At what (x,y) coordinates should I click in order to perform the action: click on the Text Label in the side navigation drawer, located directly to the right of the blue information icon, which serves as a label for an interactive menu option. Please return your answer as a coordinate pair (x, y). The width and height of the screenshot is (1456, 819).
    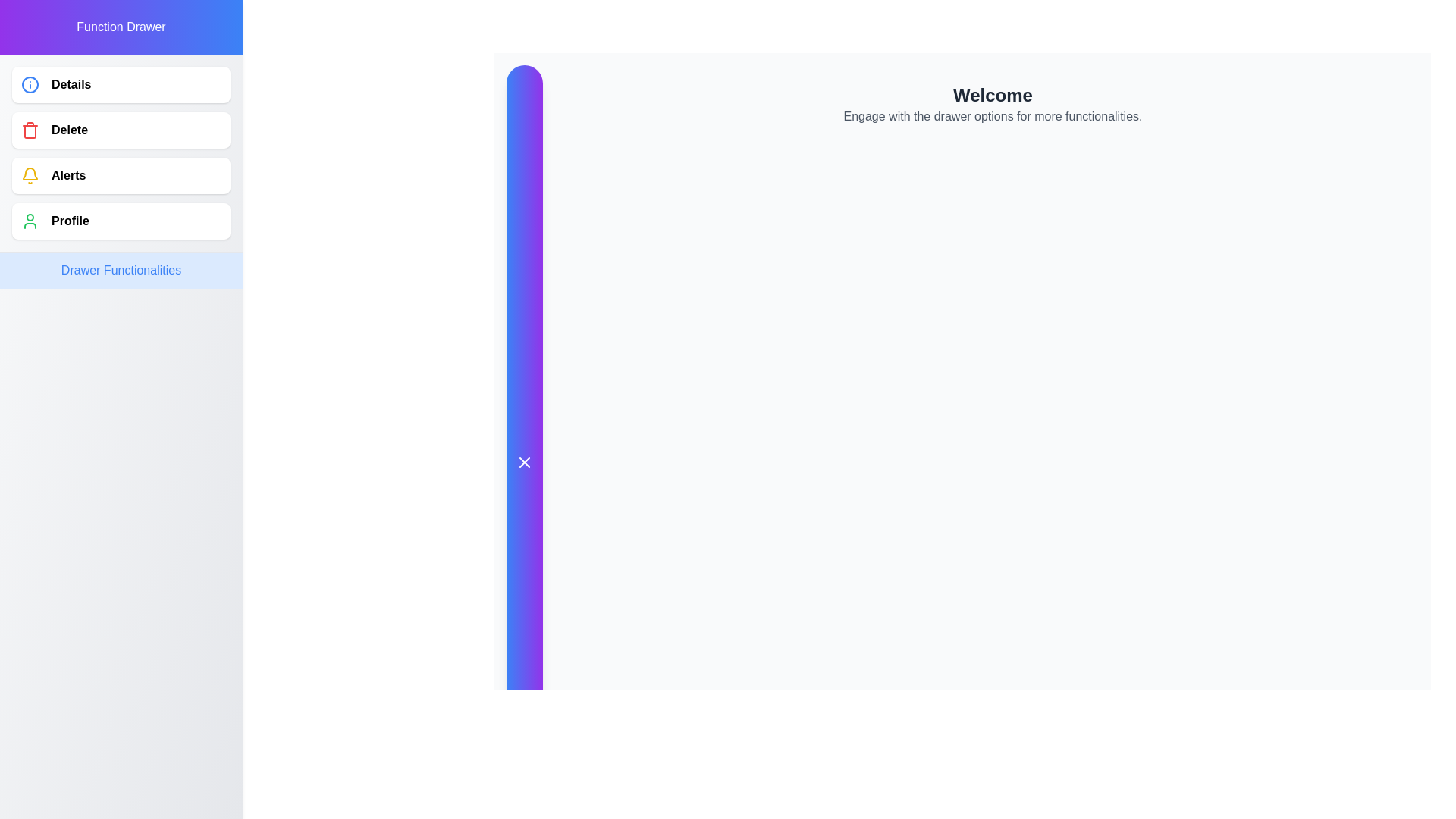
    Looking at the image, I should click on (71, 84).